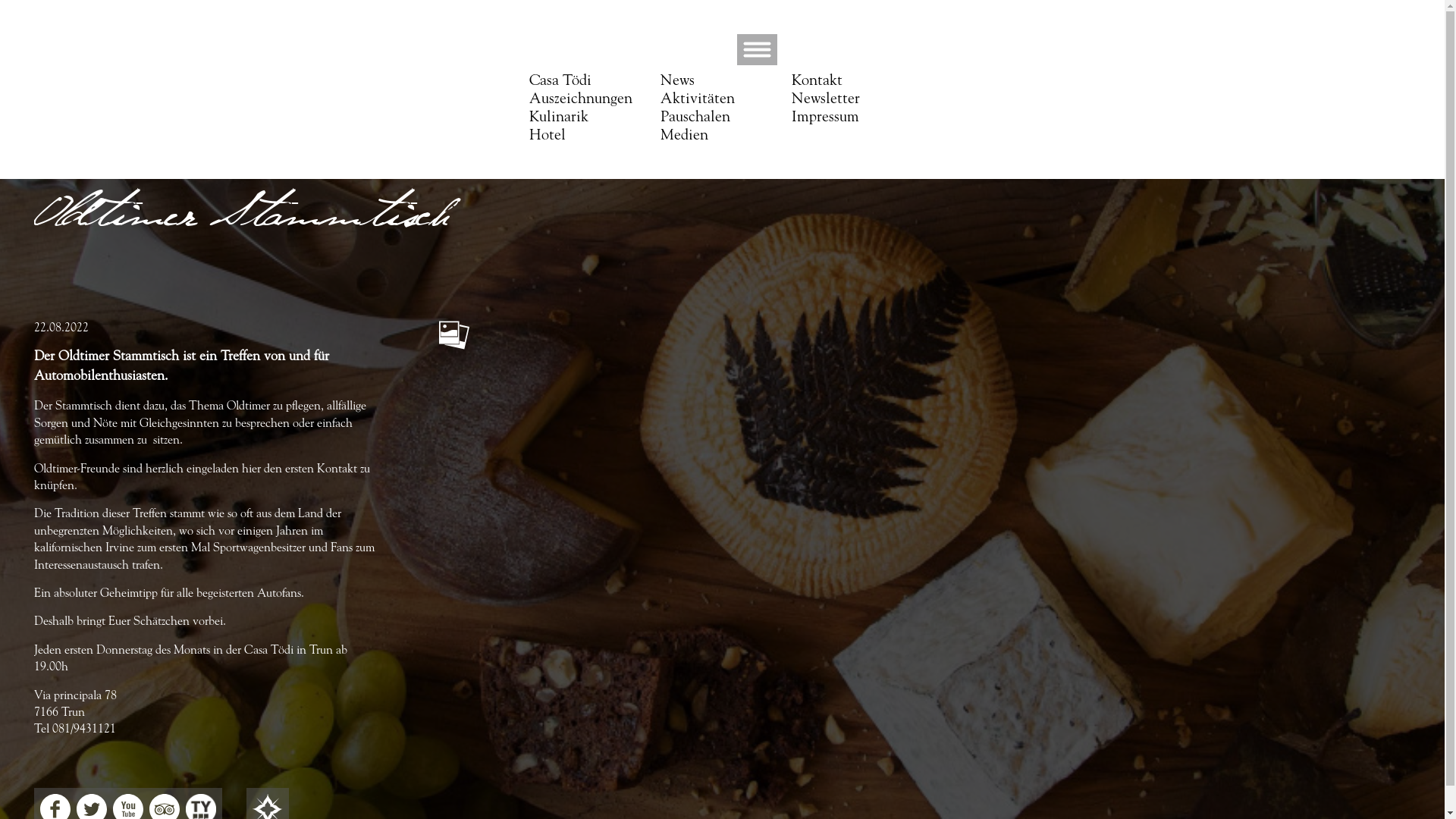 Image resolution: width=1456 pixels, height=819 pixels. What do you see at coordinates (580, 99) in the screenshot?
I see `'Auszeichnungen'` at bounding box center [580, 99].